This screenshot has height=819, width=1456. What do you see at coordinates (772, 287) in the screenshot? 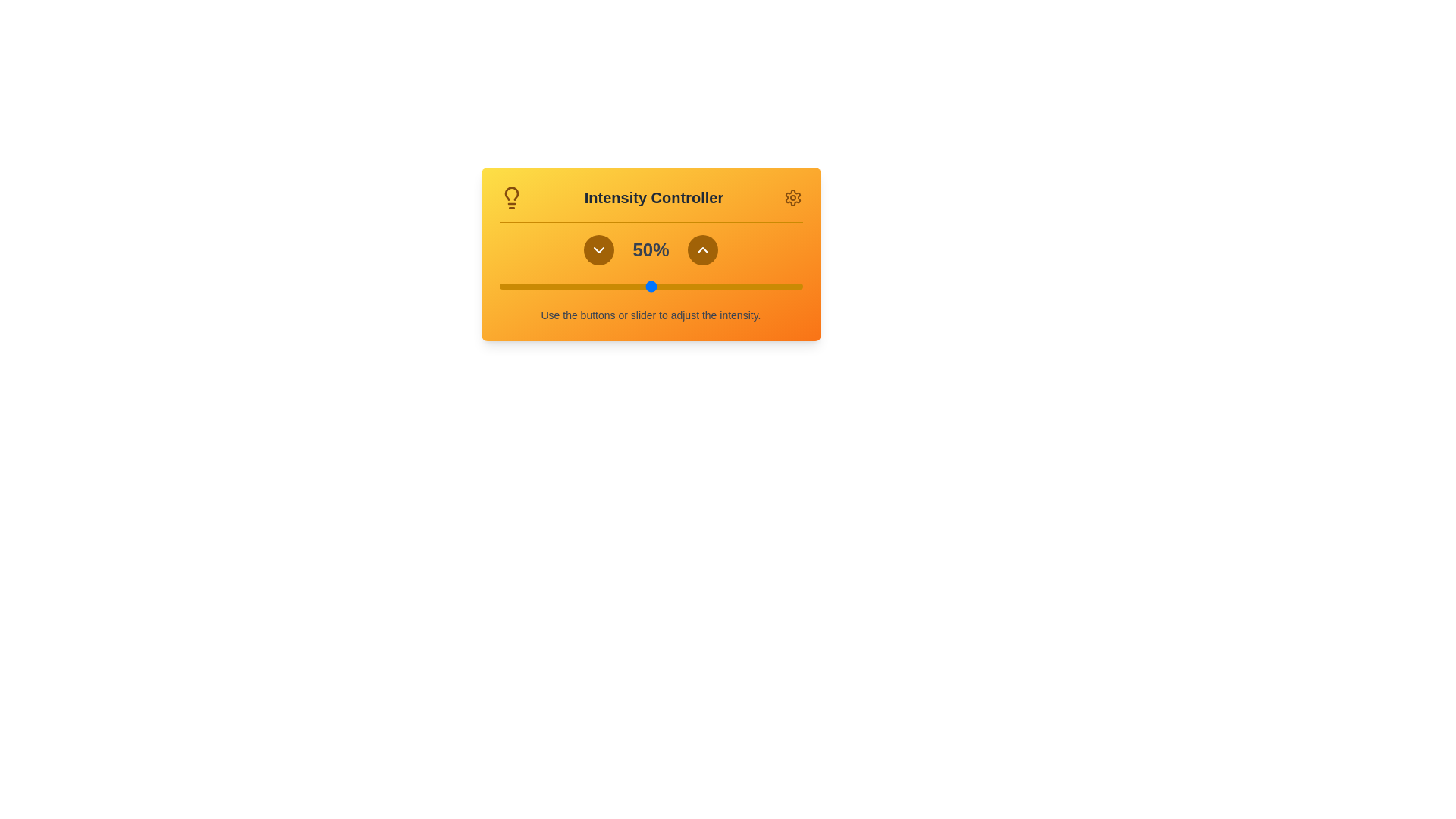
I see `intensity` at bounding box center [772, 287].